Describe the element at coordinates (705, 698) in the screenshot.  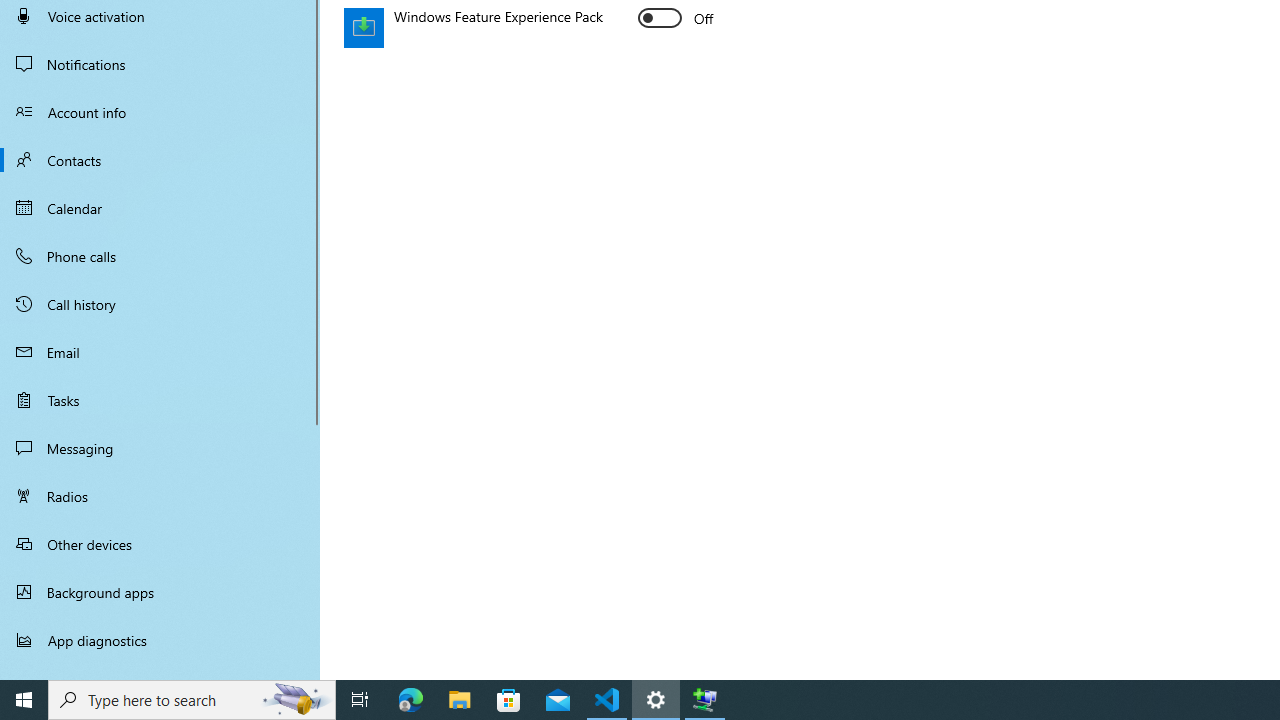
I see `'Extensible Wizards Host Process - 1 running window'` at that location.